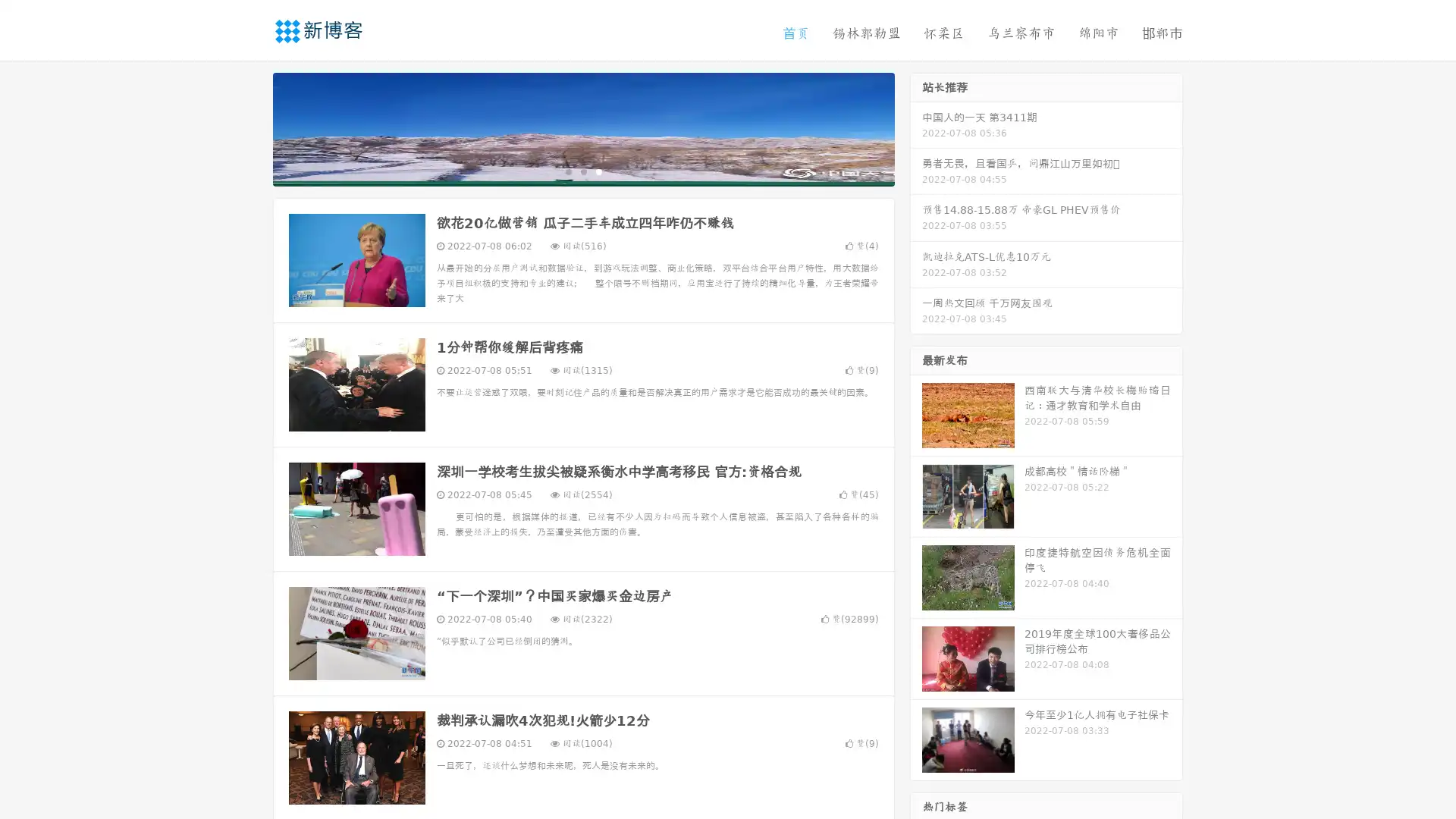 The image size is (1456, 819). Describe the element at coordinates (582, 171) in the screenshot. I see `Go to slide 2` at that location.